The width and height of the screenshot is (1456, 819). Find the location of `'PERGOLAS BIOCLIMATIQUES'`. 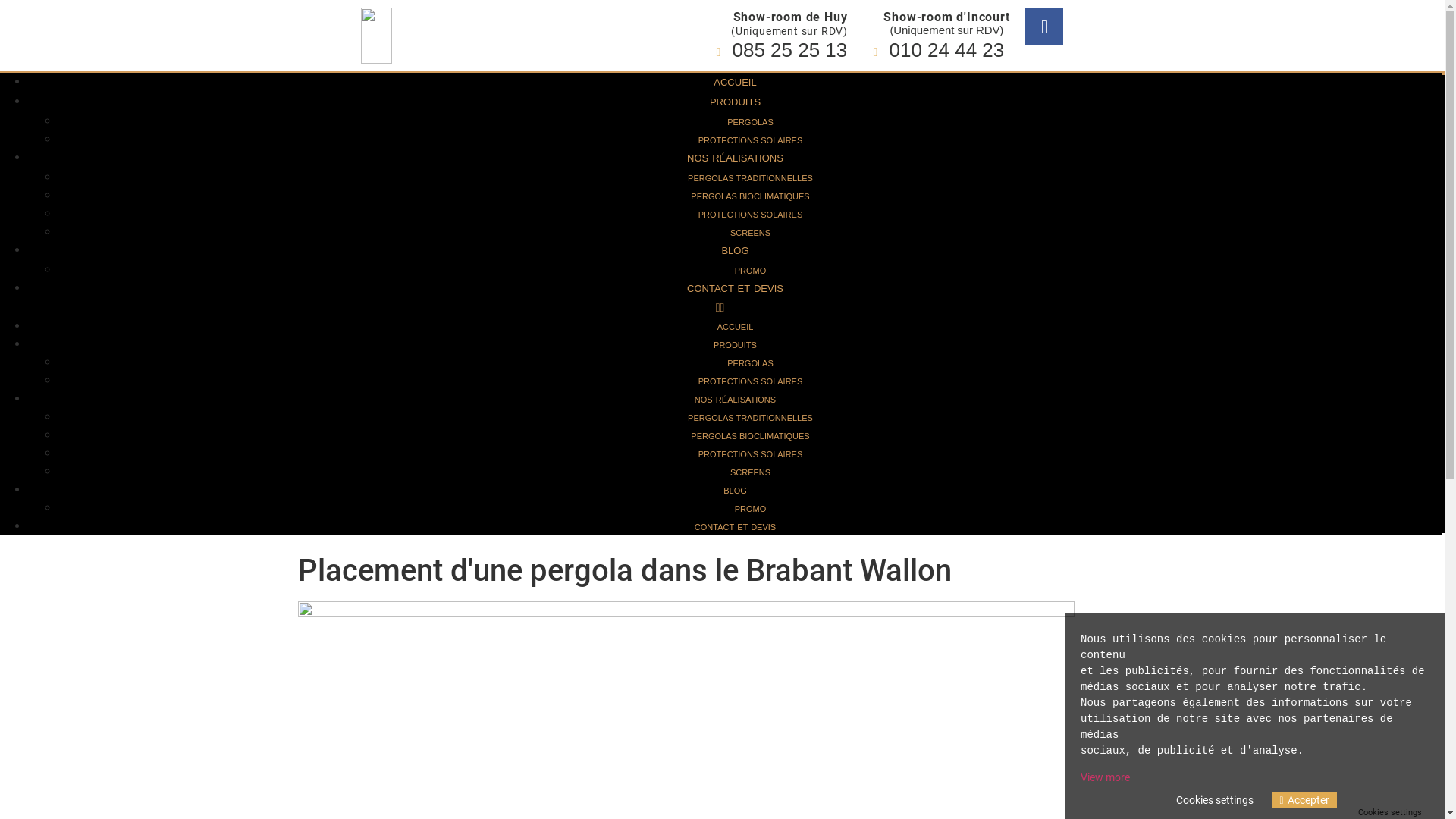

'PERGOLAS BIOCLIMATIQUES' is located at coordinates (690, 195).